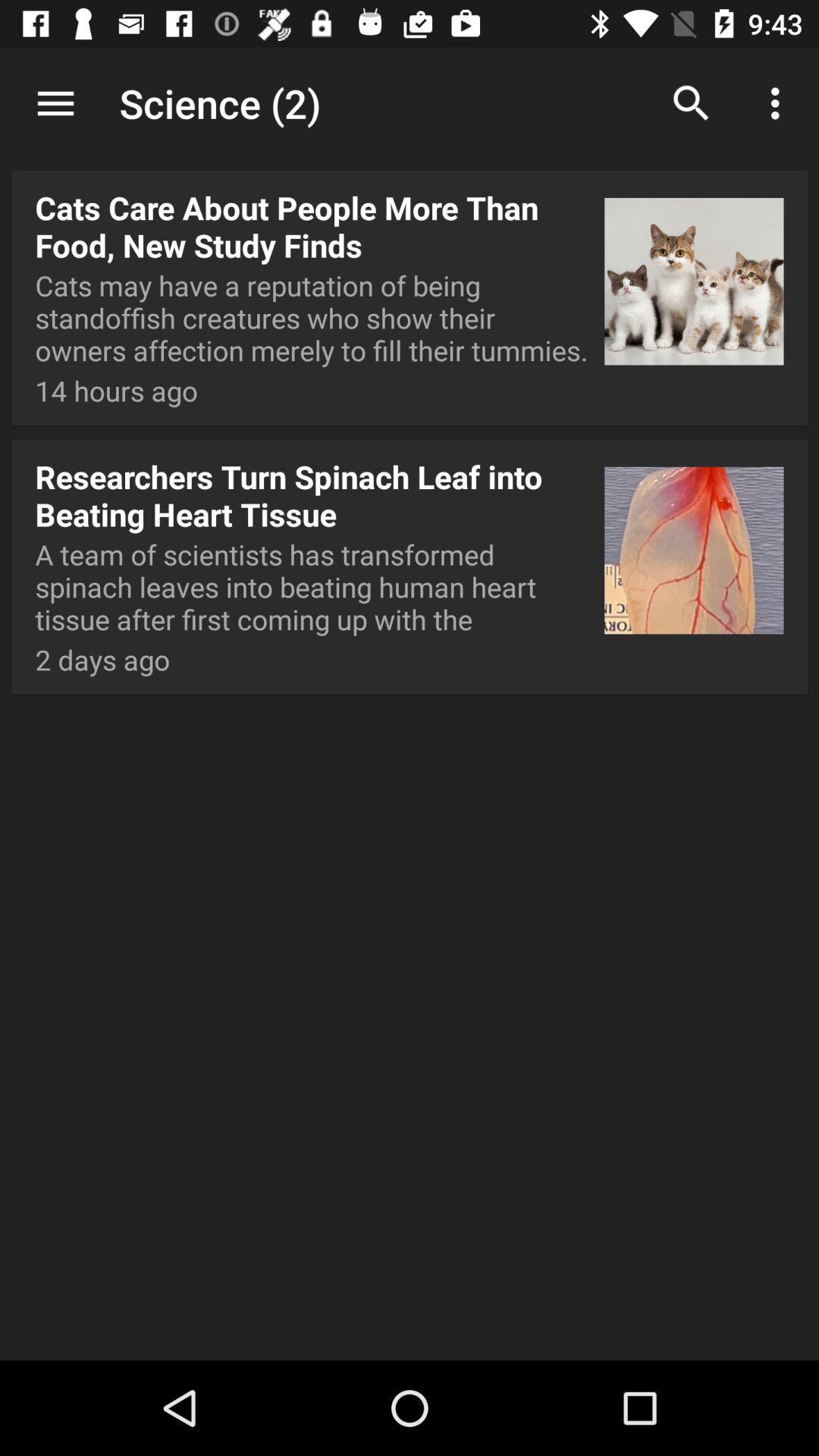  Describe the element at coordinates (691, 102) in the screenshot. I see `app next to the science (2) app` at that location.